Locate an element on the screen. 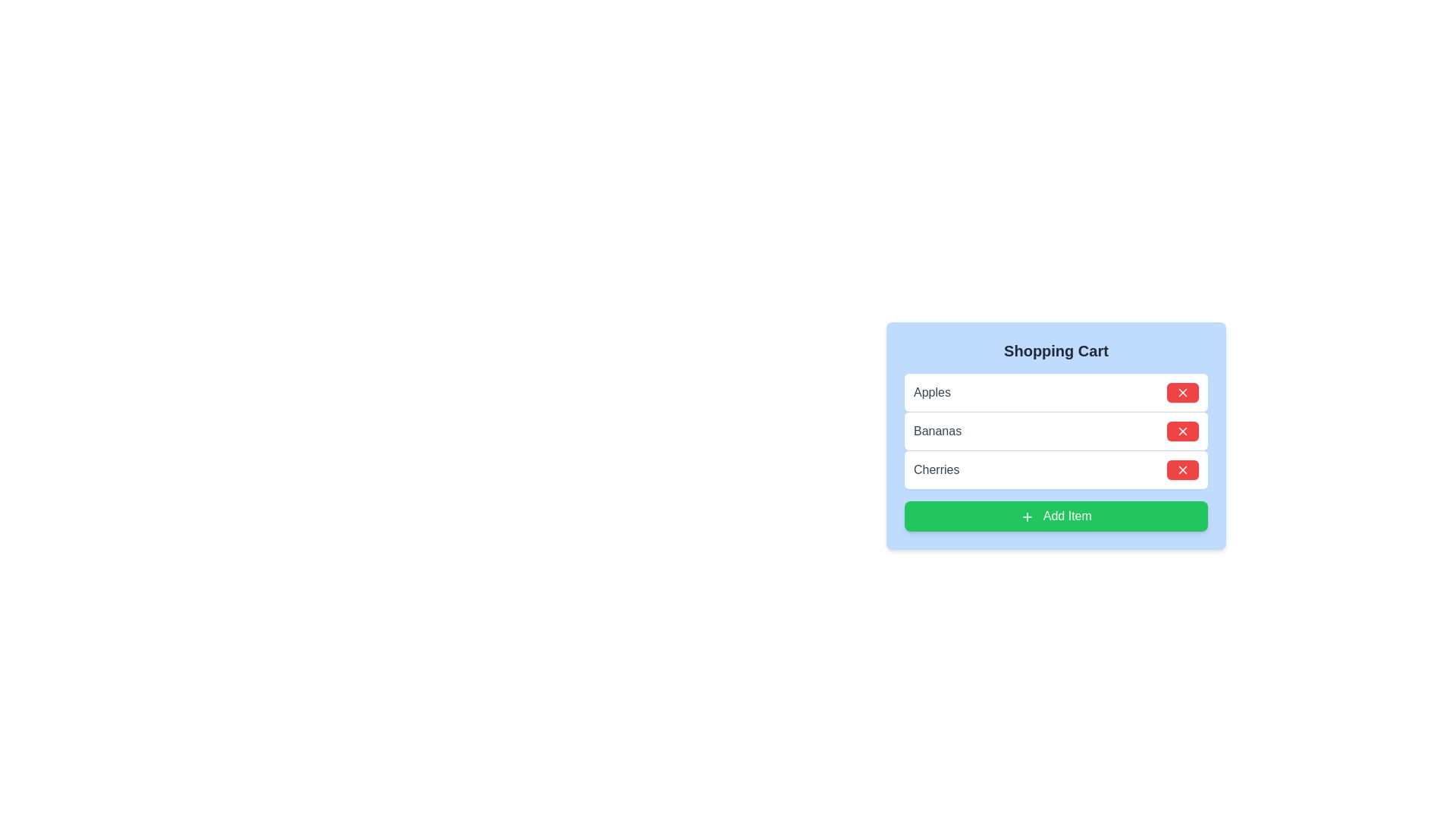 This screenshot has width=1456, height=819. the bright green 'Add Item' button with white text and a plus icon, located at the bottom of the 'Shopping Cart' group, for keyboard interaction is located at coordinates (1055, 516).